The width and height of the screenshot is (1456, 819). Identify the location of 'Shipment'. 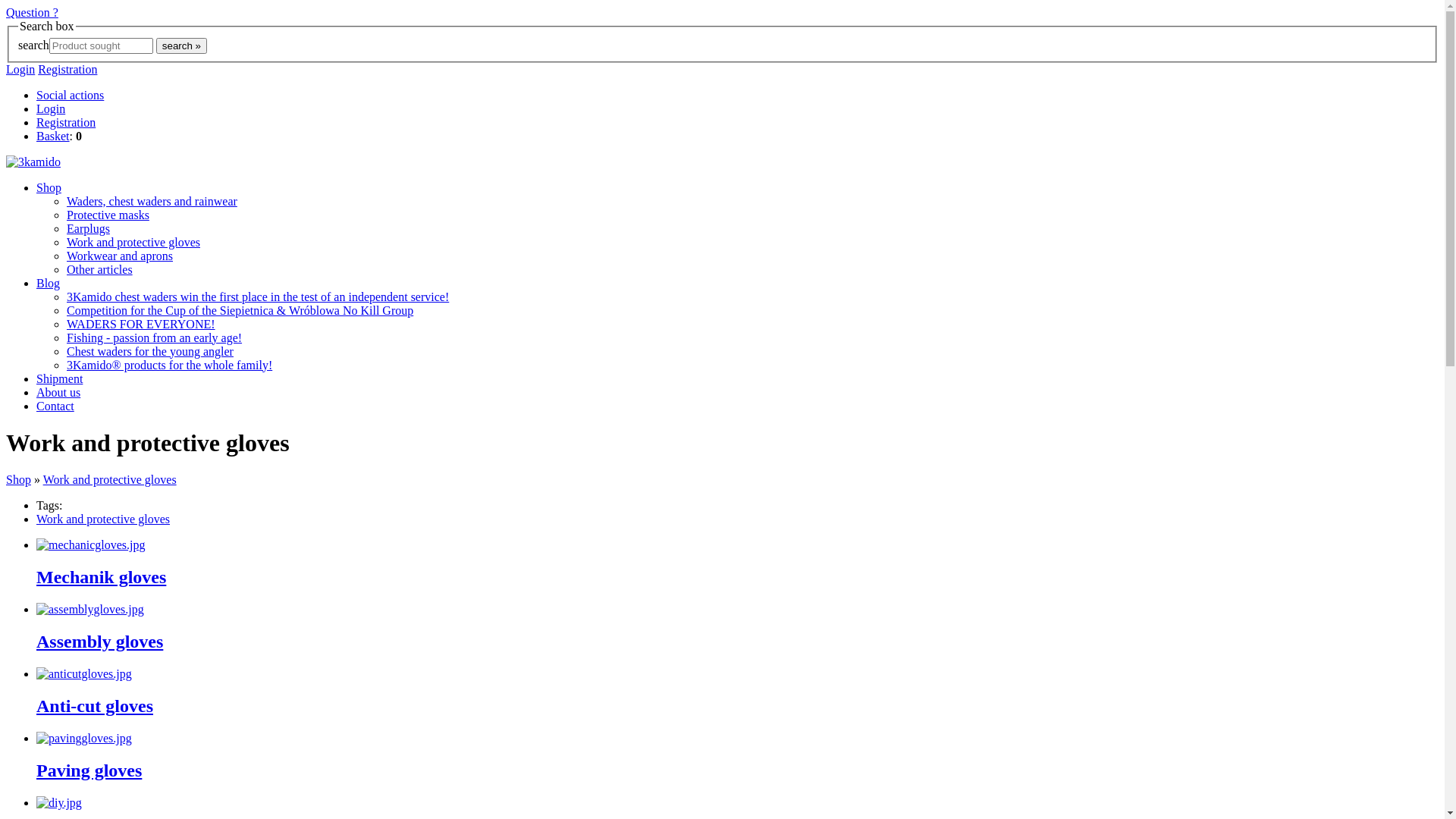
(59, 378).